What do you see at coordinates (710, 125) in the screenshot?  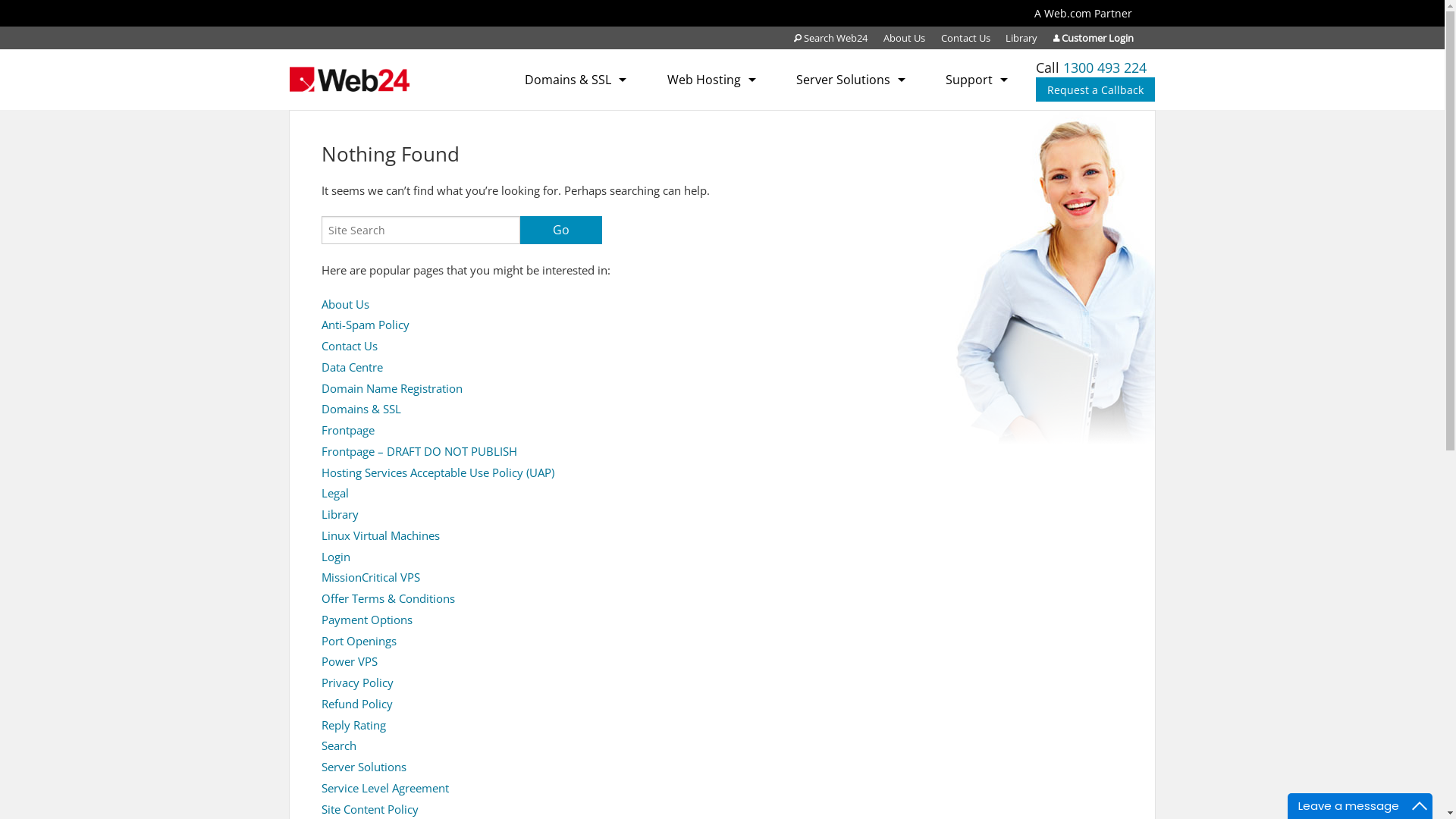 I see `'Web Hosting (Plesk)'` at bounding box center [710, 125].